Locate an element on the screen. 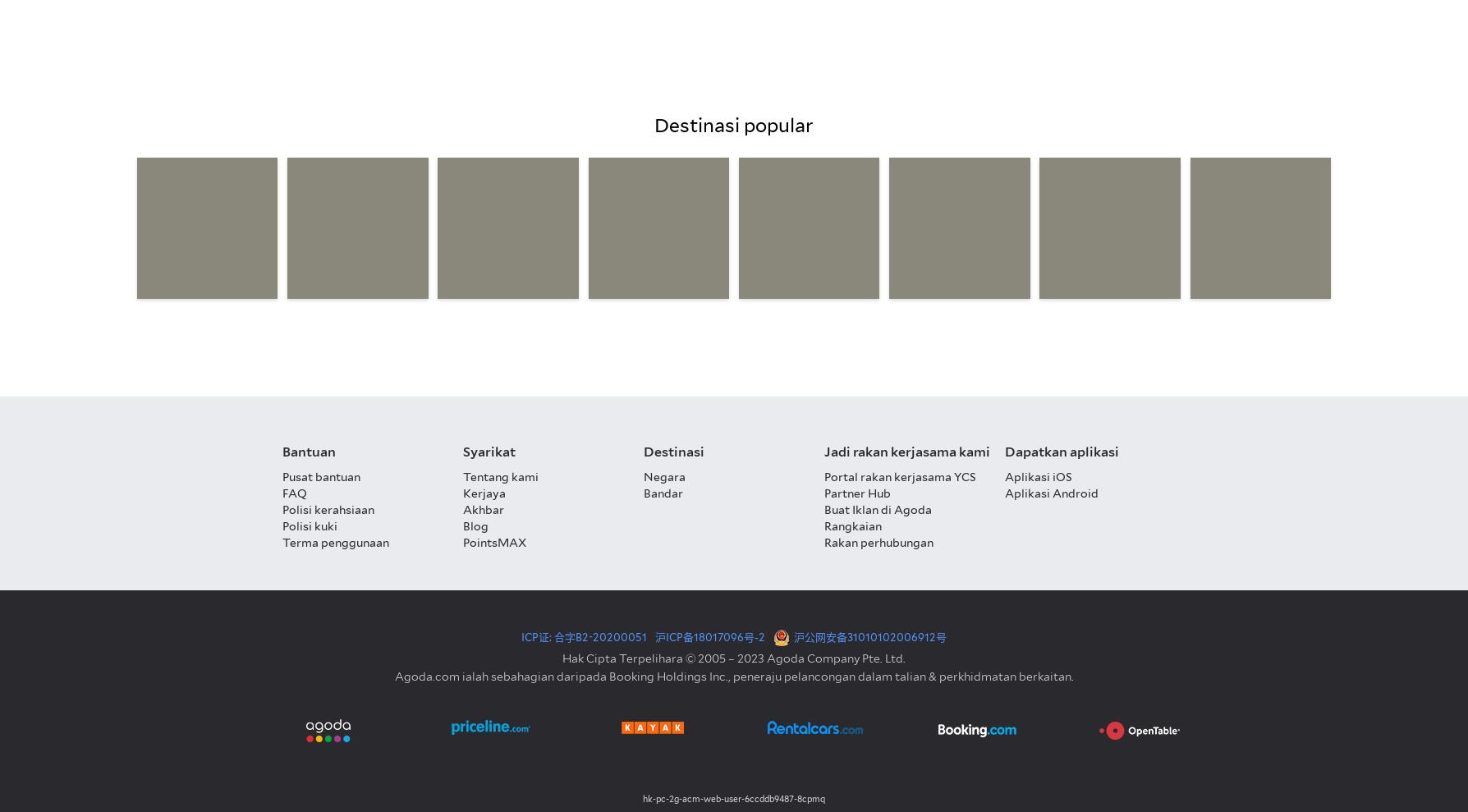 The width and height of the screenshot is (1468, 812). 'Aplikasi Android' is located at coordinates (1050, 493).